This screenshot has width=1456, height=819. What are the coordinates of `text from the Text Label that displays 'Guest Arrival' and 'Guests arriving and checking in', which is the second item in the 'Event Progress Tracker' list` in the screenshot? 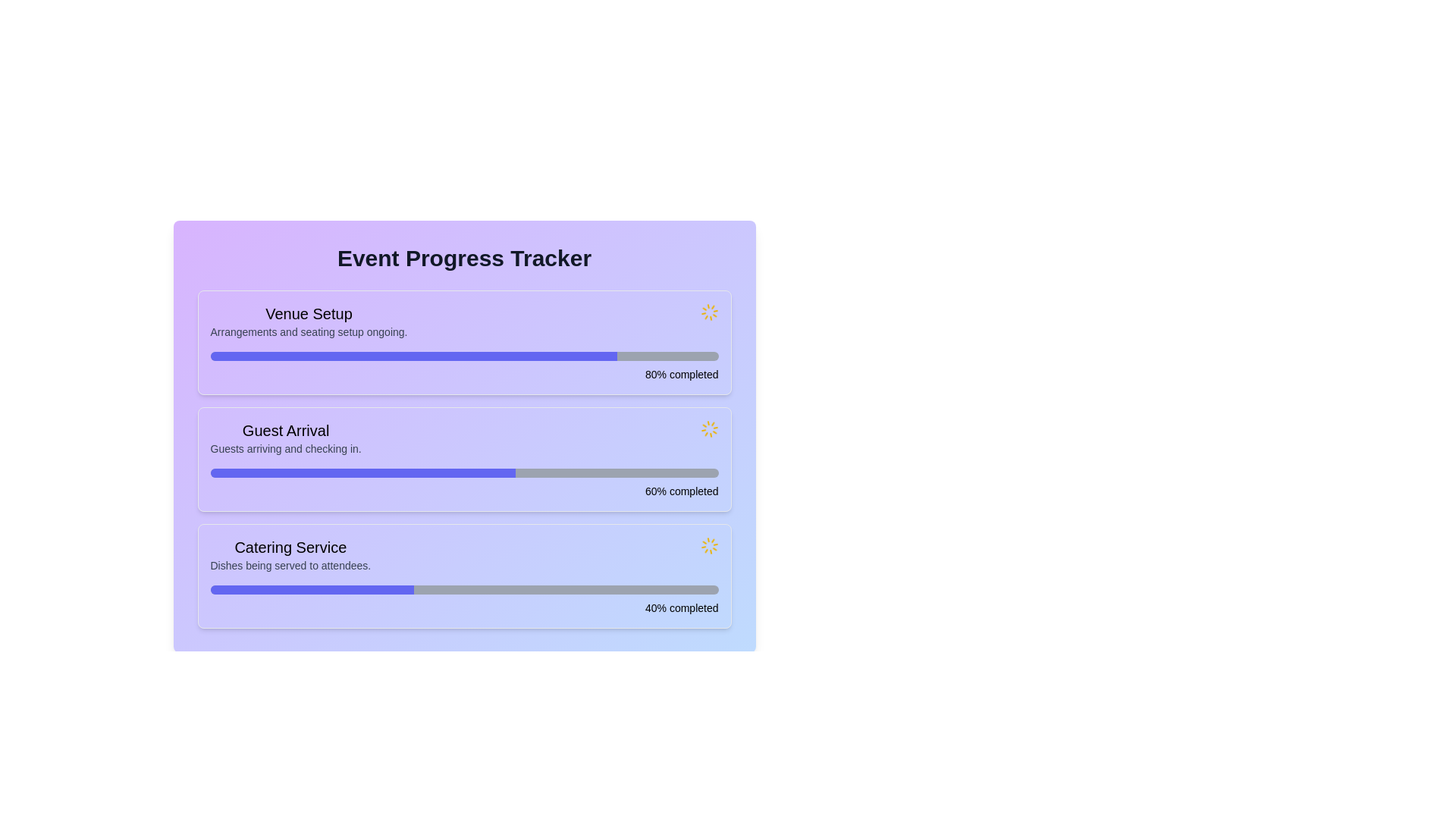 It's located at (286, 438).